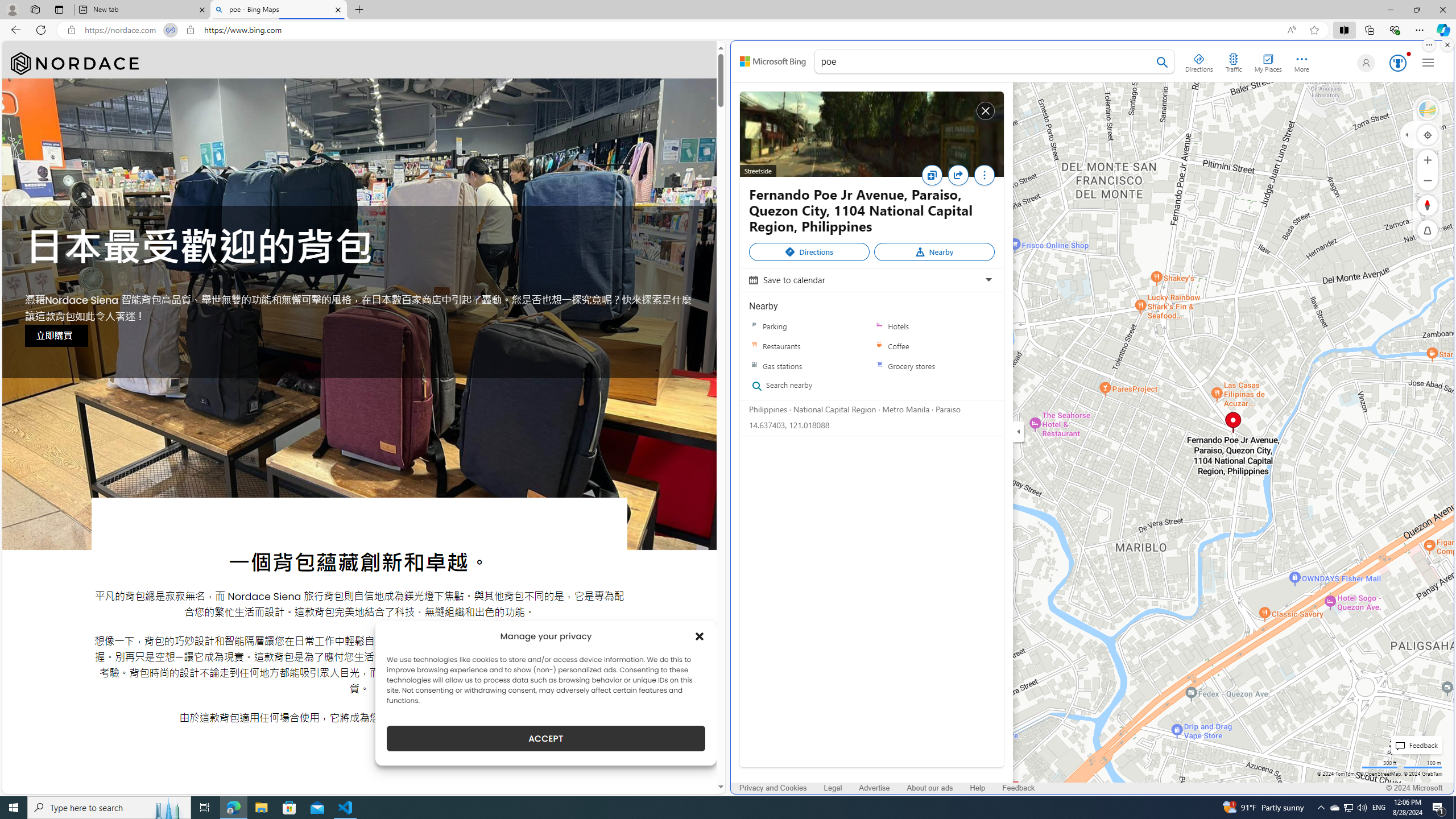 Image resolution: width=1456 pixels, height=819 pixels. Describe the element at coordinates (832, 788) in the screenshot. I see `'Legal'` at that location.